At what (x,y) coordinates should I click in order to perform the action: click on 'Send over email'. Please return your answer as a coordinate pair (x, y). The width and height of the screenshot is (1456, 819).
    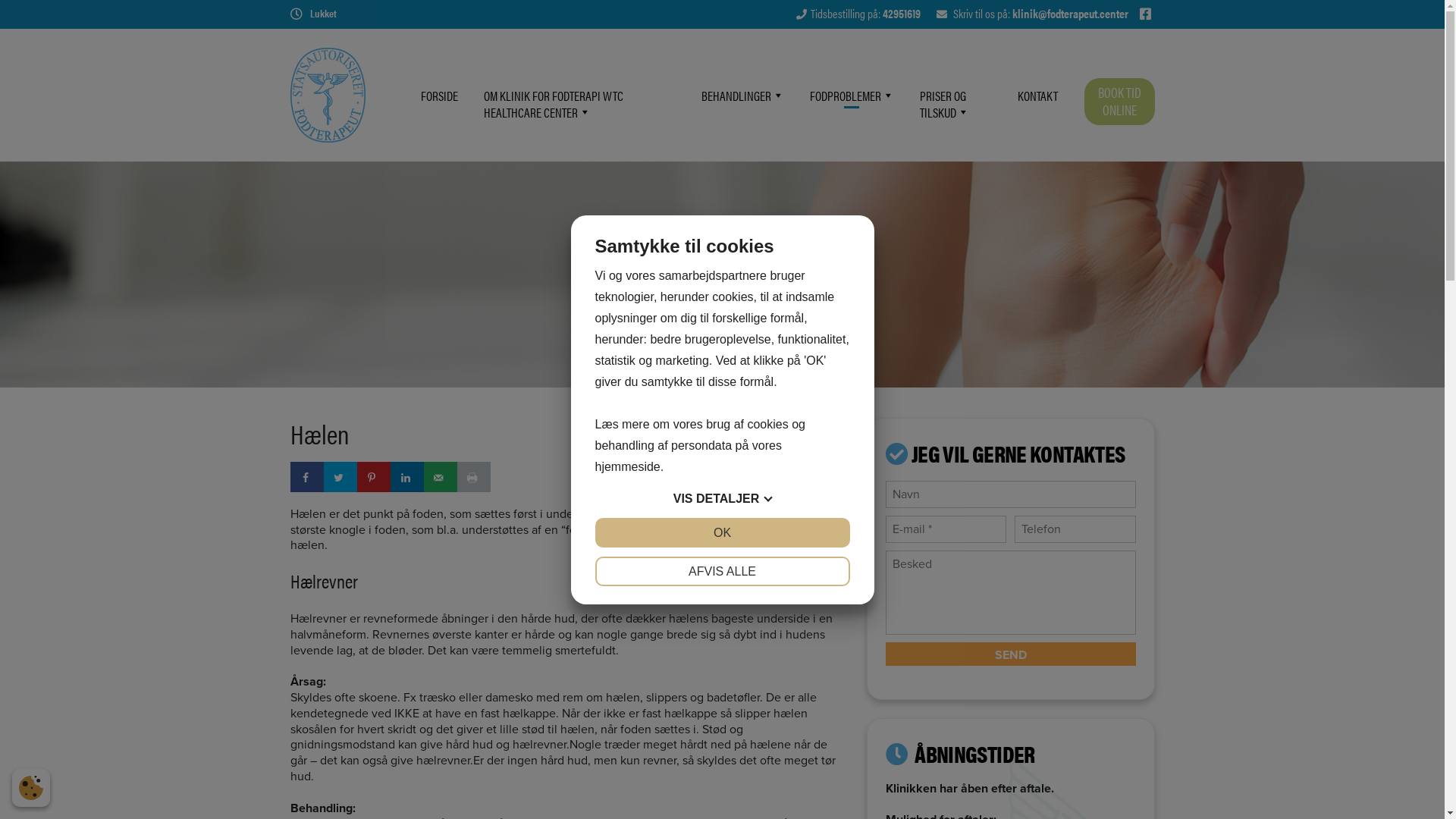
    Looking at the image, I should click on (439, 475).